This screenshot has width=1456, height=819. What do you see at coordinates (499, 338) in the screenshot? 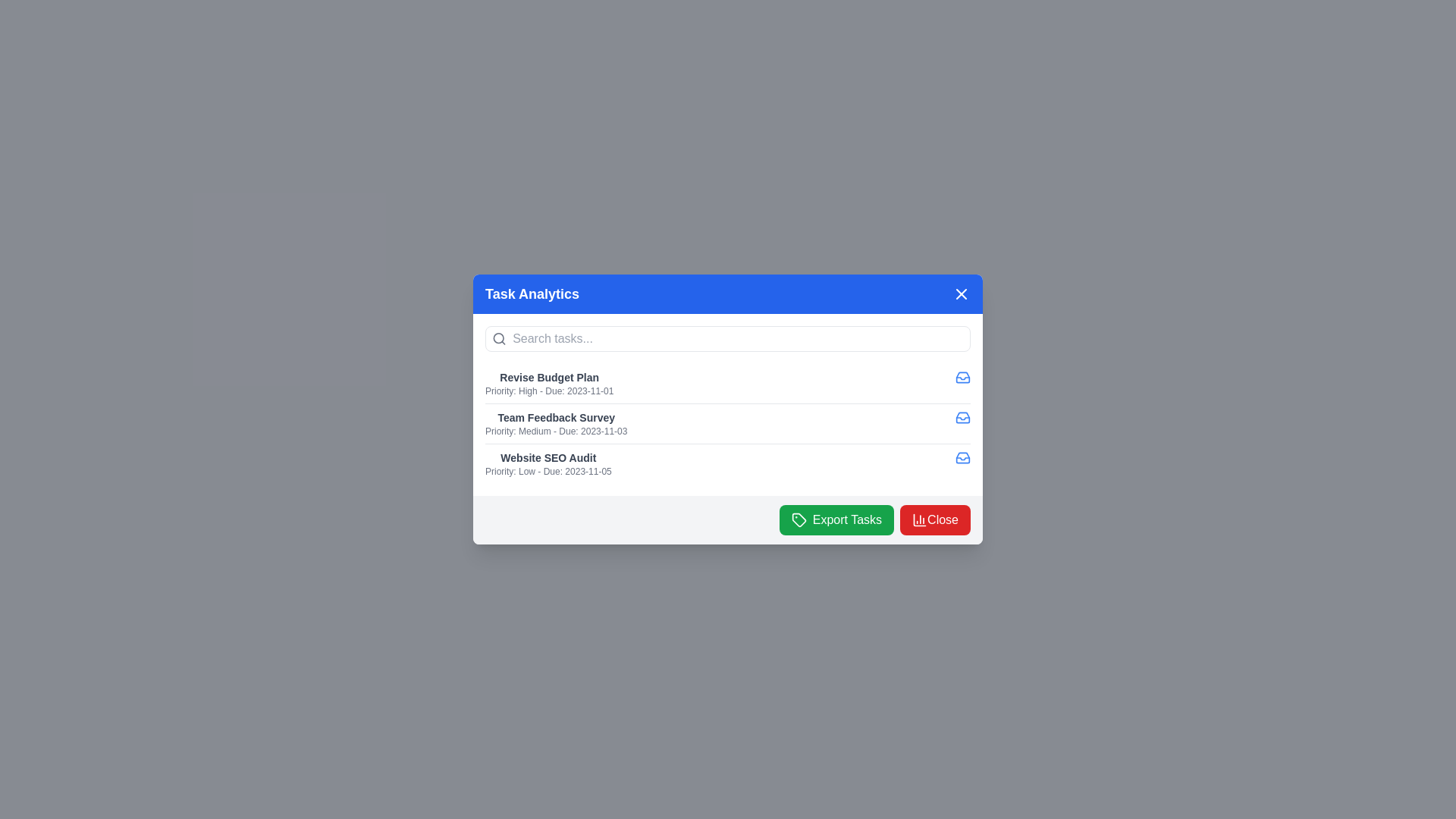
I see `the search icon located inside the search bar at the top of the modal window, which indicates the functionality for search queries` at bounding box center [499, 338].